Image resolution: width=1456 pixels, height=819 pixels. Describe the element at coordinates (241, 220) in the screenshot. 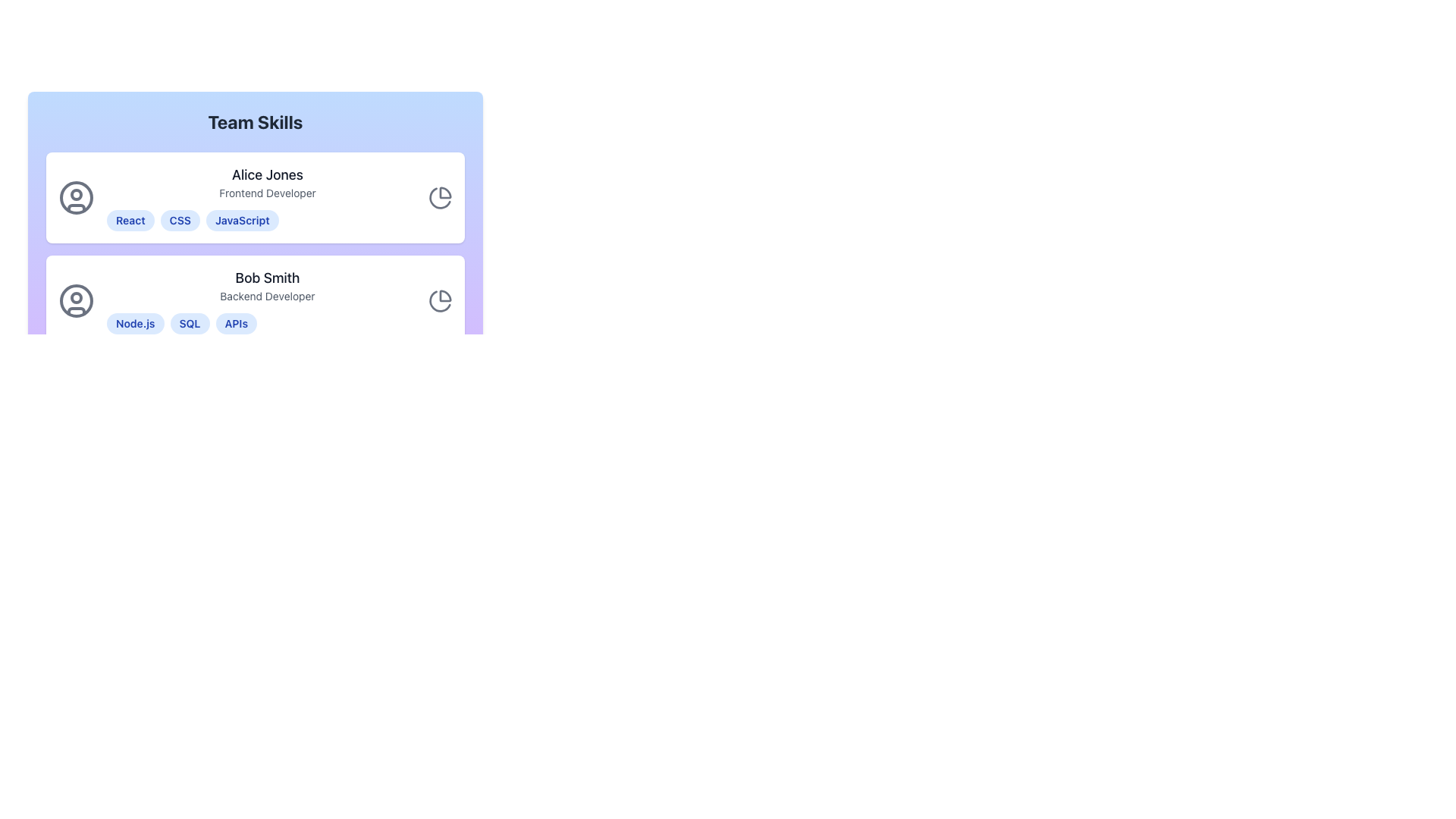

I see `the third badge labeled 'JavaScript' that indicates a skill related to Alice Jones, a Frontend Developer` at that location.